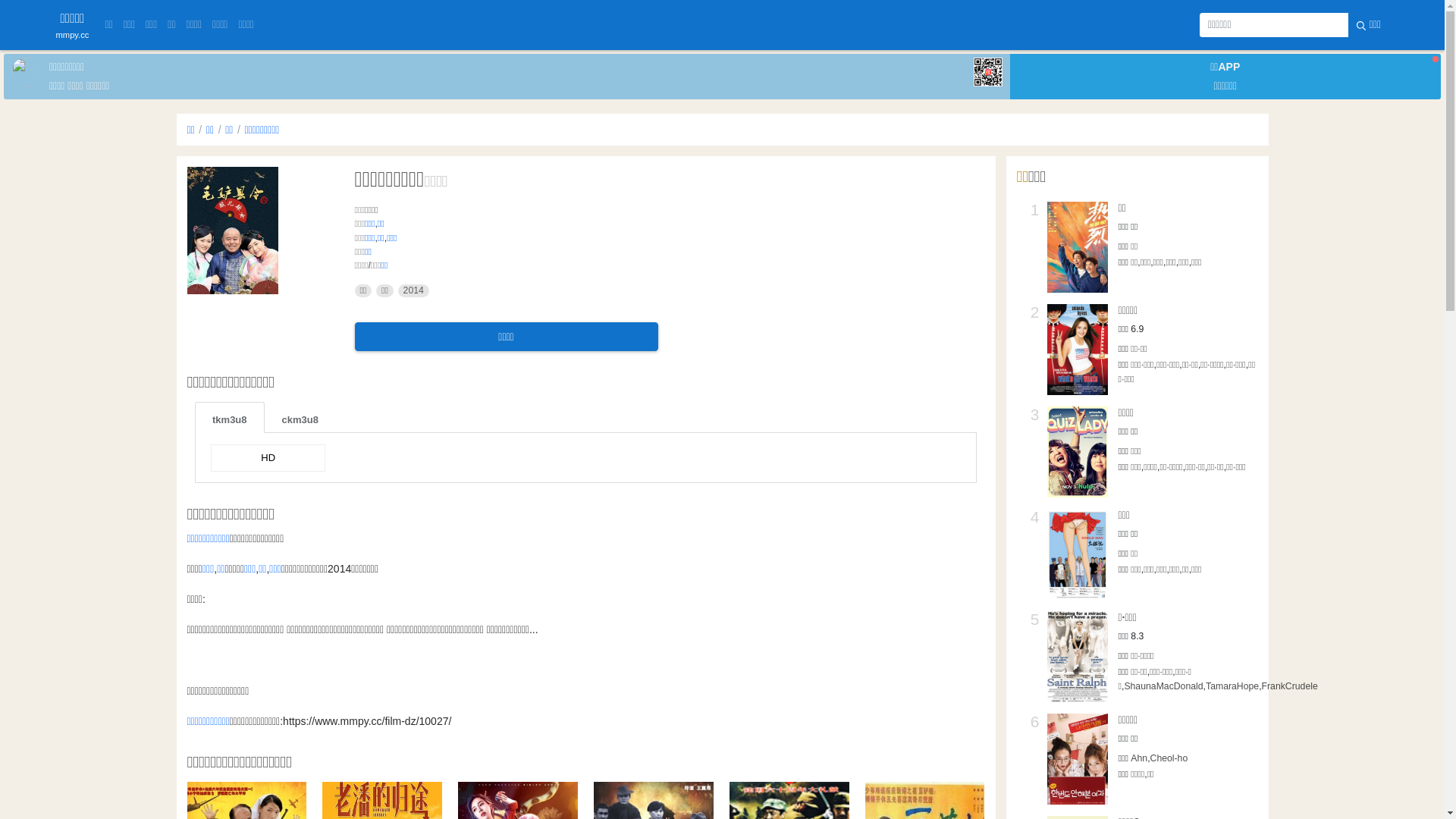  Describe the element at coordinates (268, 457) in the screenshot. I see `'HD'` at that location.